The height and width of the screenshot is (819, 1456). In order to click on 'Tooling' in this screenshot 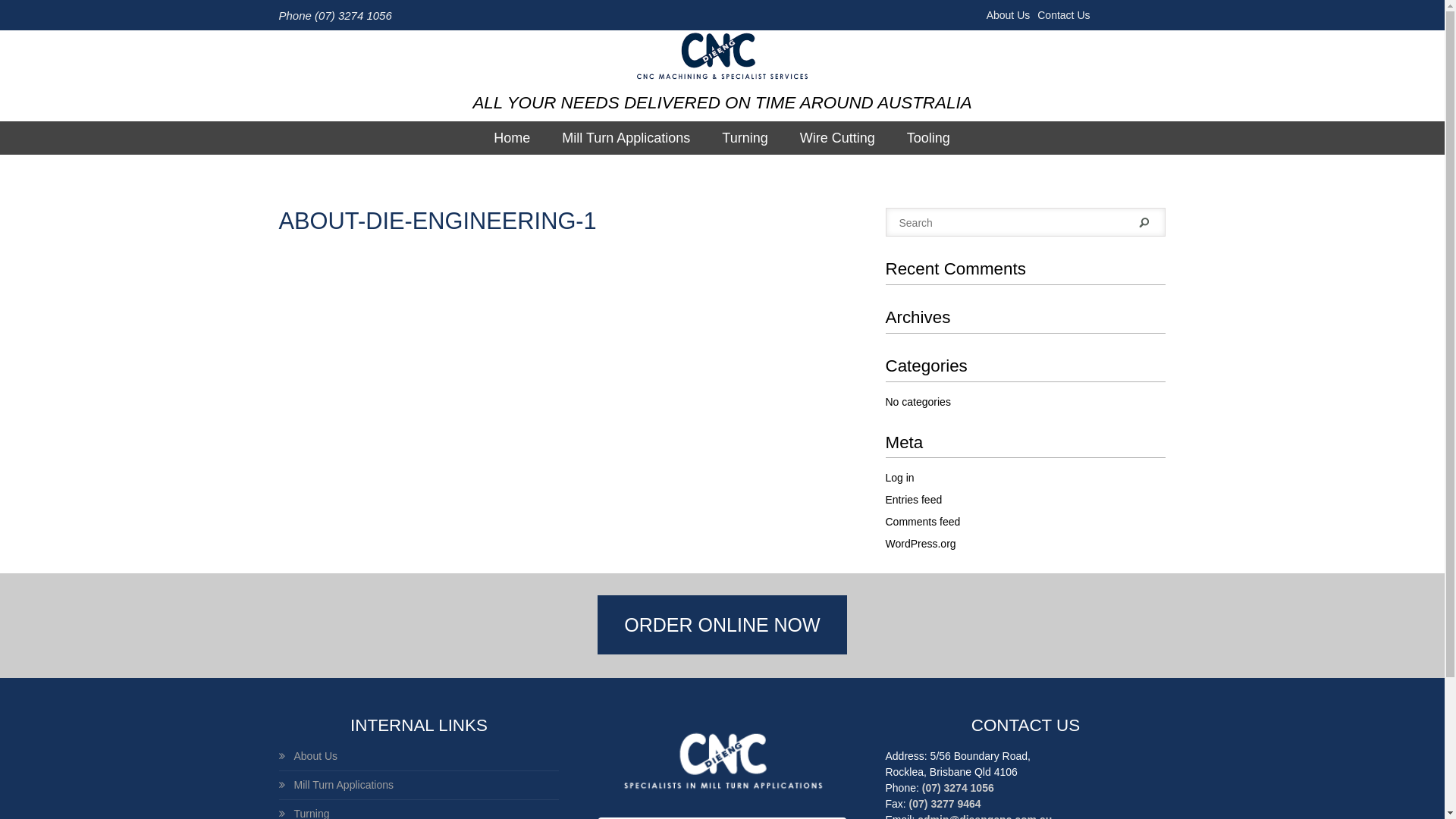, I will do `click(892, 137)`.